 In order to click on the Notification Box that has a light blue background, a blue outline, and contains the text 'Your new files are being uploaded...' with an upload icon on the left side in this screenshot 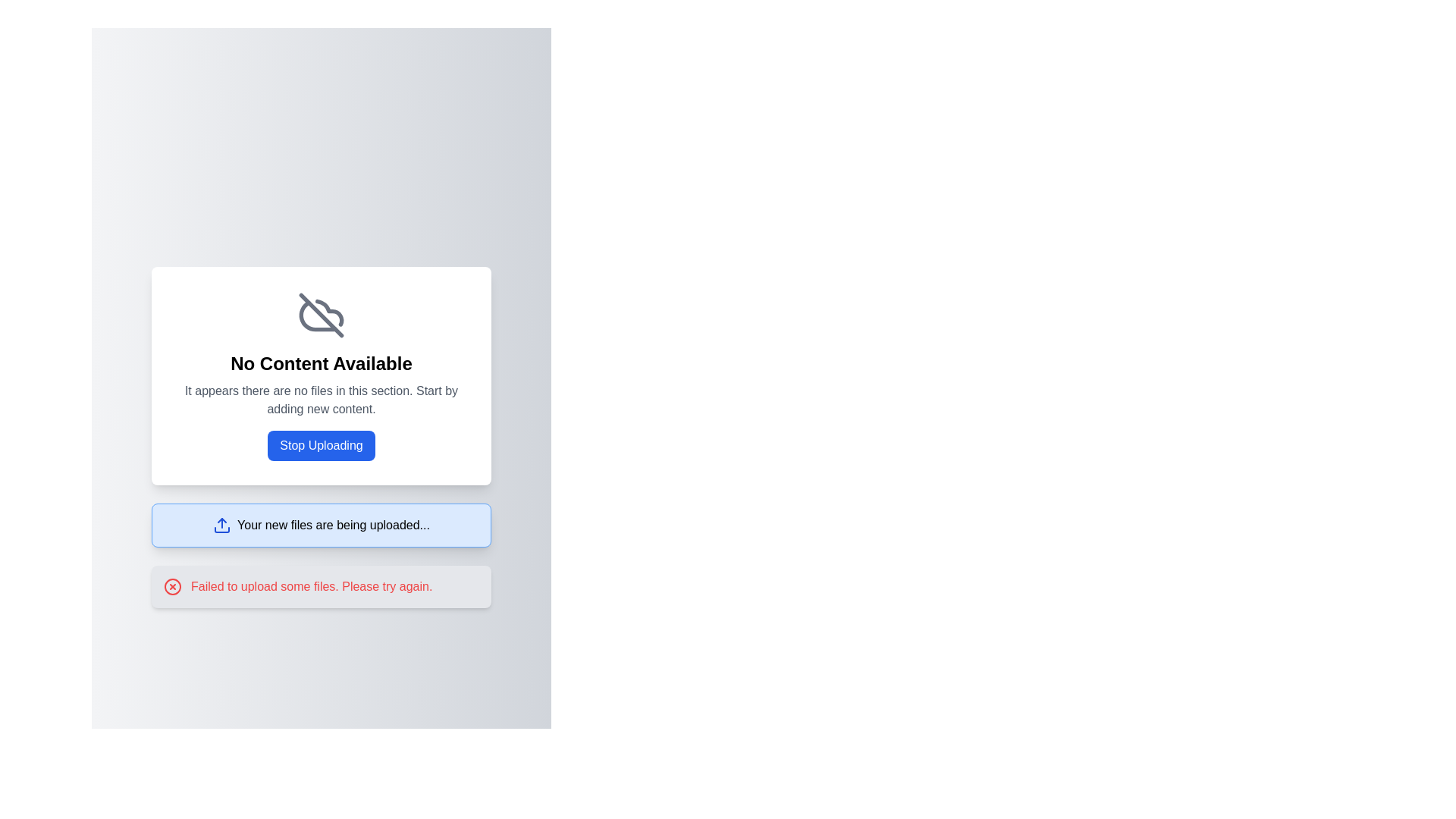, I will do `click(320, 523)`.